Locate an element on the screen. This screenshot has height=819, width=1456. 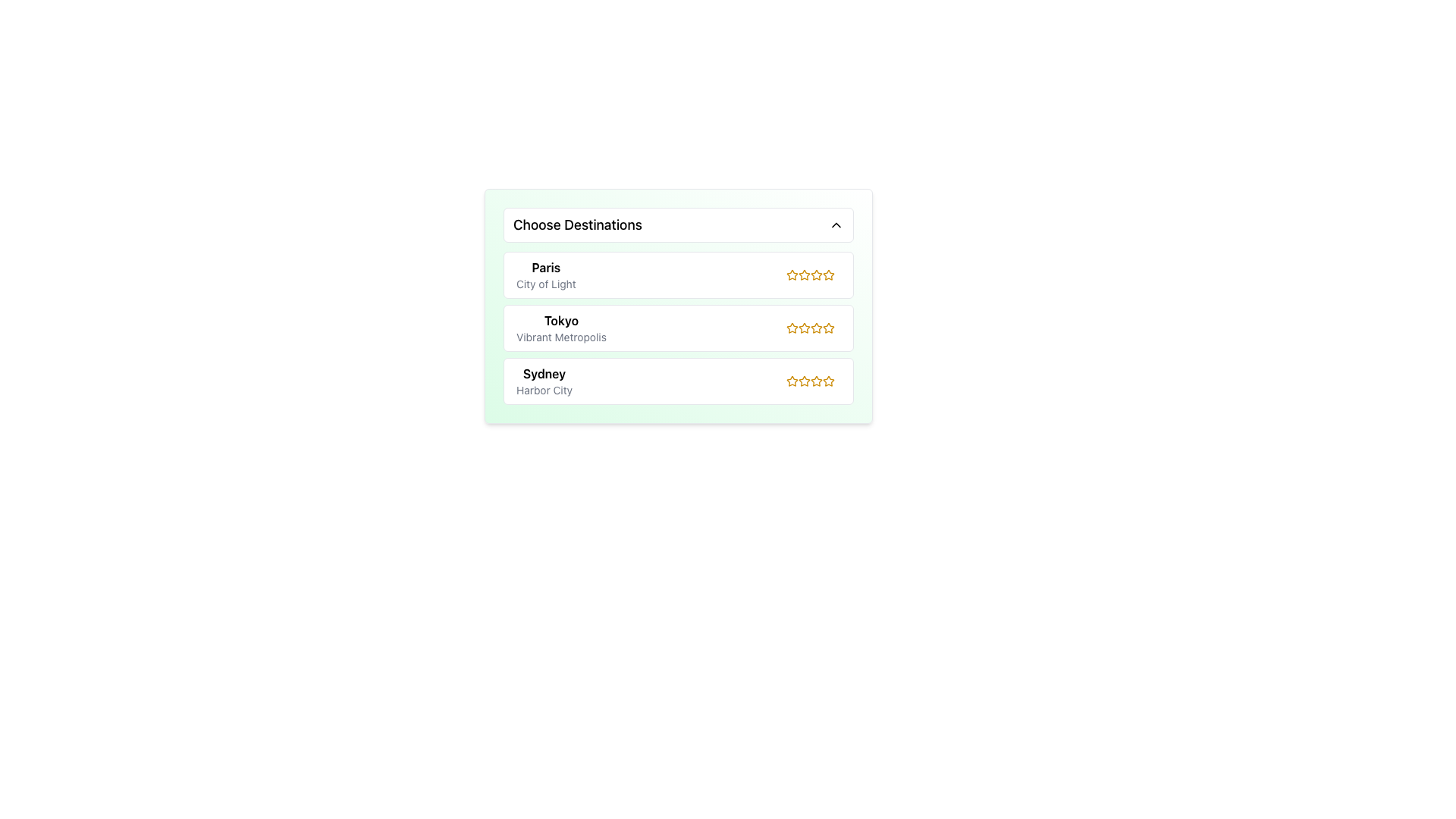
the third star icon with a yellow outline to rate 'Paris - City of Light' is located at coordinates (803, 275).